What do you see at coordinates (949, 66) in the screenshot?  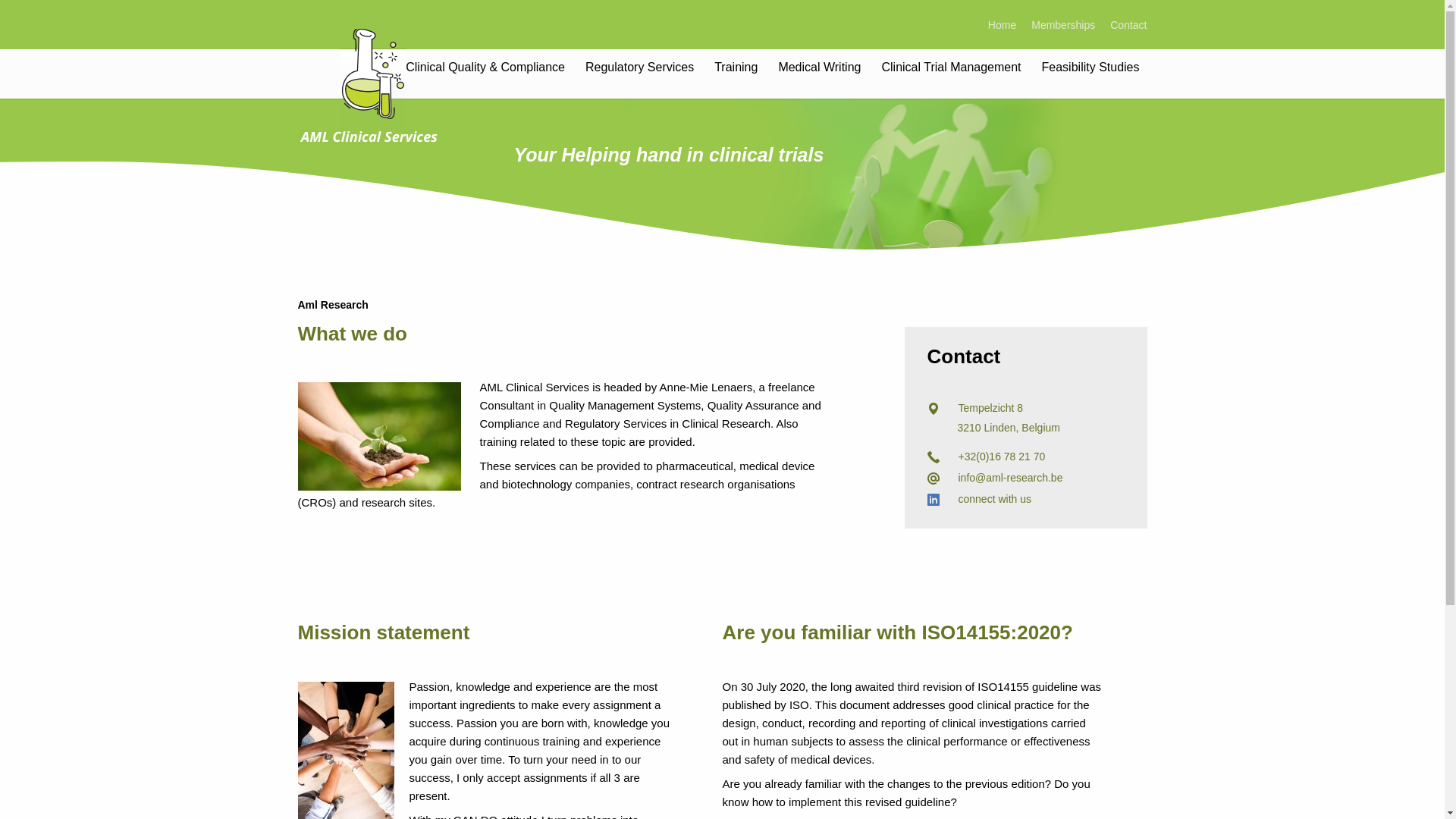 I see `'Clinical Trial Management'` at bounding box center [949, 66].